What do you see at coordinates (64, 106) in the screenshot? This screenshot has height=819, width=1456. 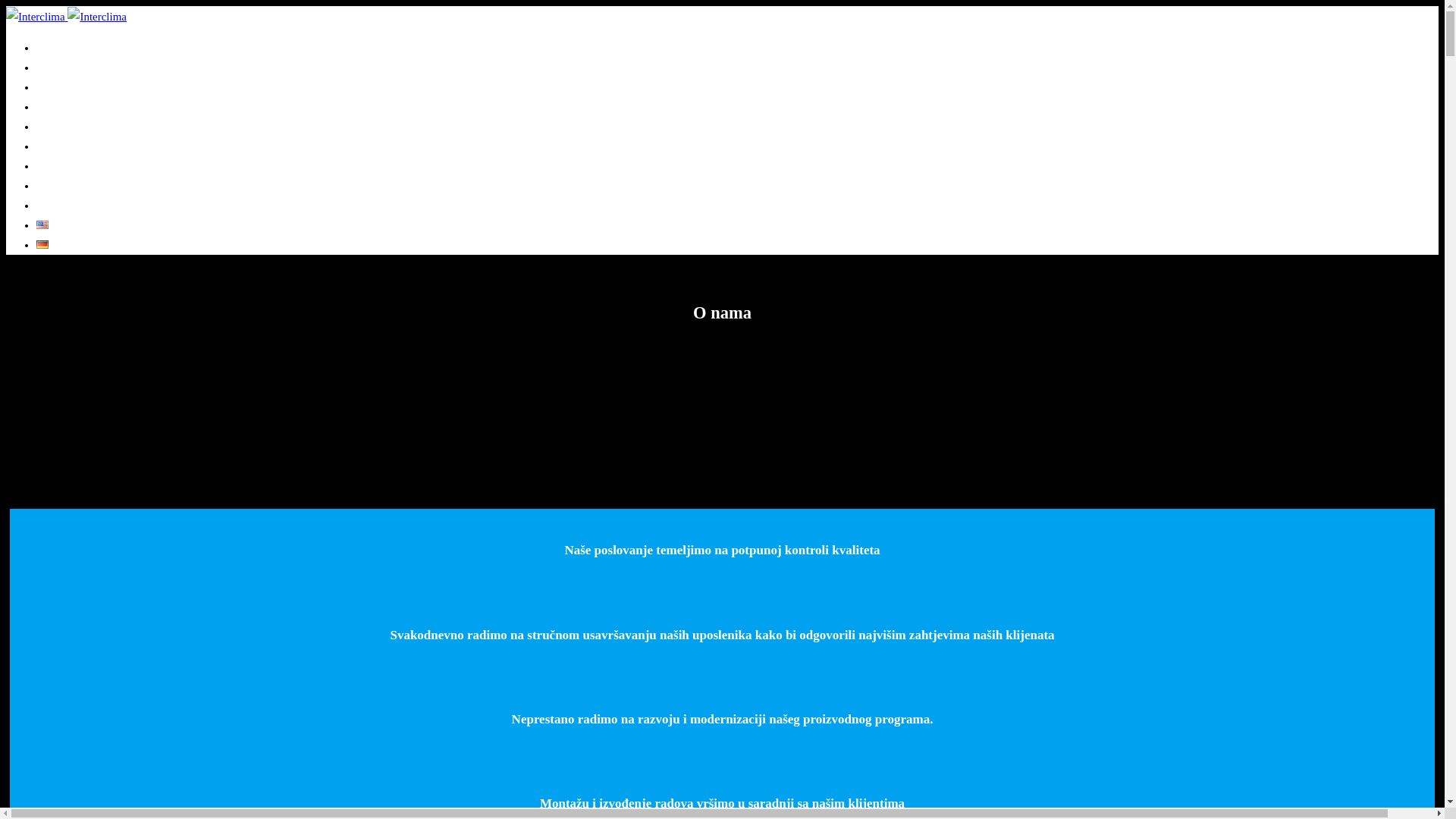 I see `'Proizvodnja'` at bounding box center [64, 106].